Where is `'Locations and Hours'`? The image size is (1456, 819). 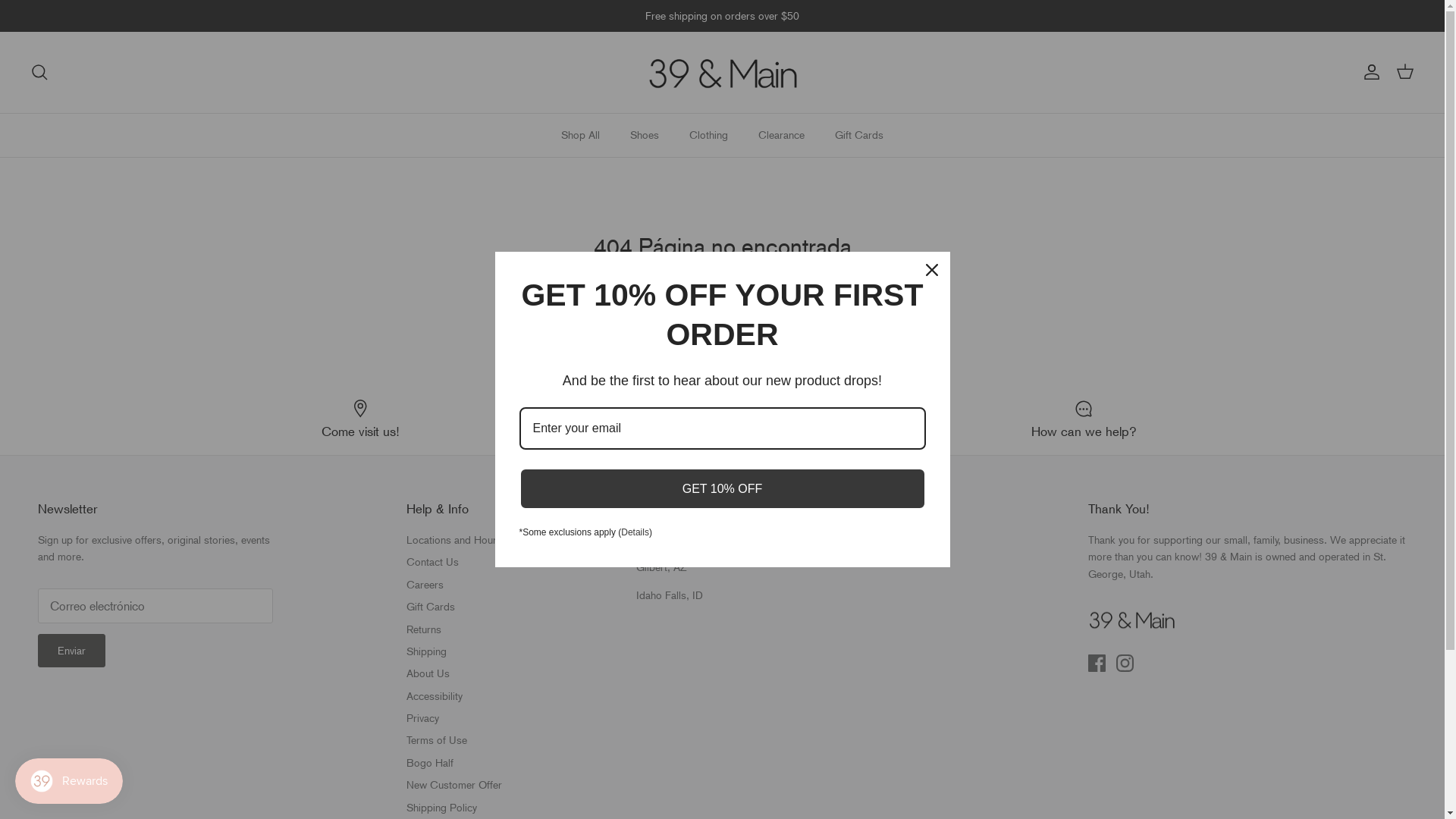
'Locations and Hours' is located at coordinates (406, 539).